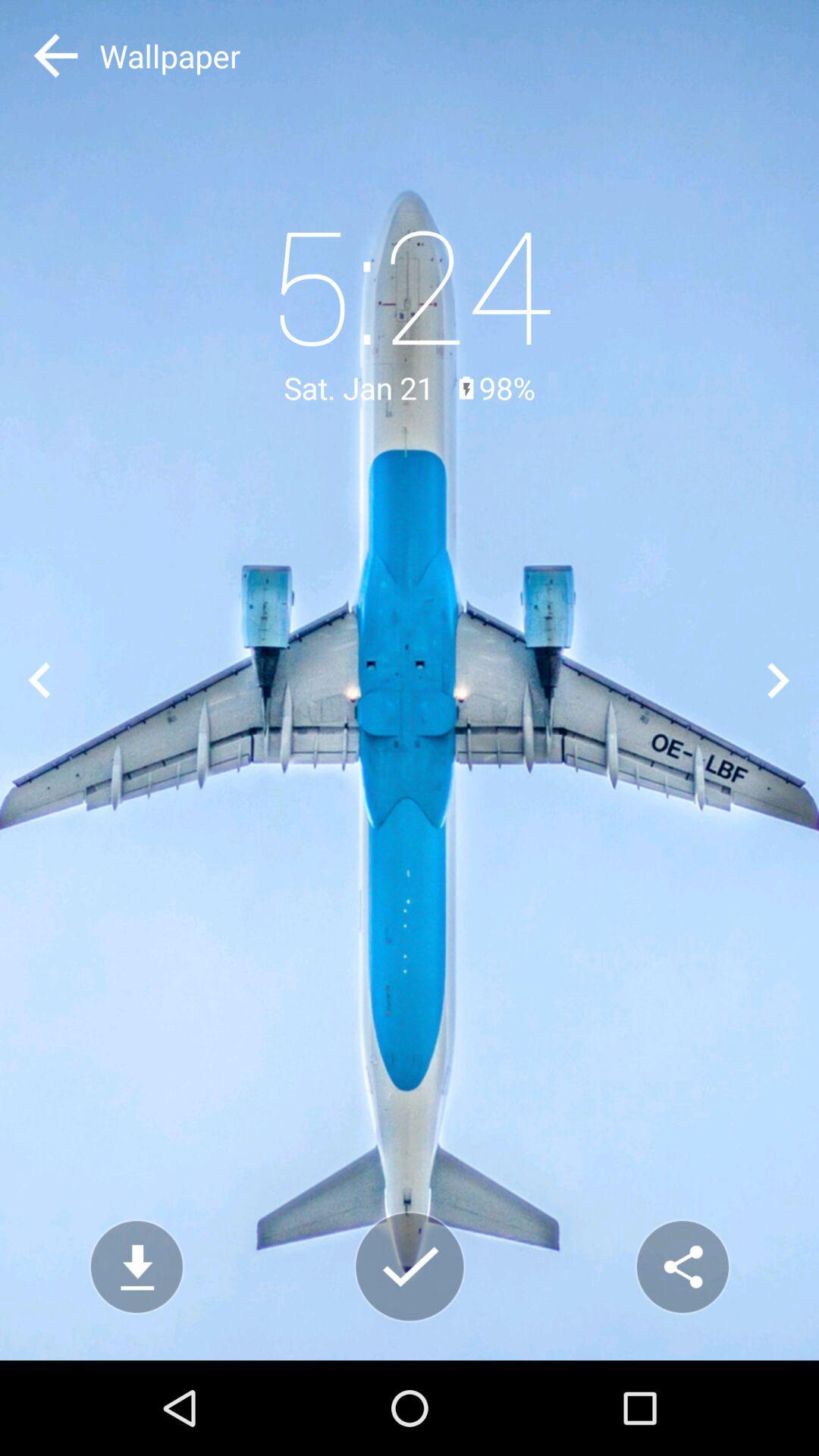 This screenshot has height=1456, width=819. Describe the element at coordinates (681, 1266) in the screenshot. I see `click share option` at that location.